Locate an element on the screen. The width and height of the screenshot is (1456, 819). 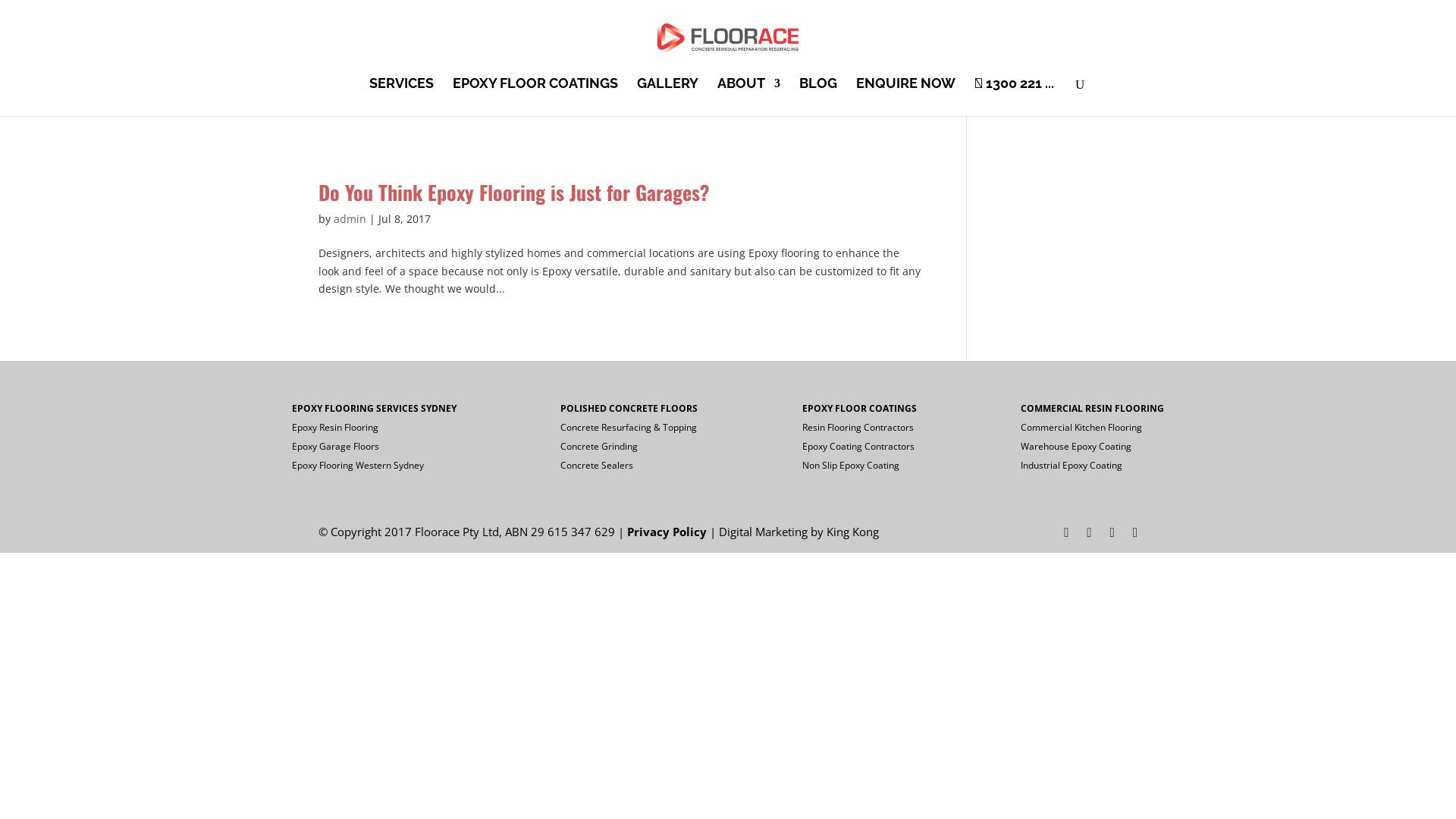
'Do You Think Epoxy Flooring is Just for Garages?' is located at coordinates (513, 191).